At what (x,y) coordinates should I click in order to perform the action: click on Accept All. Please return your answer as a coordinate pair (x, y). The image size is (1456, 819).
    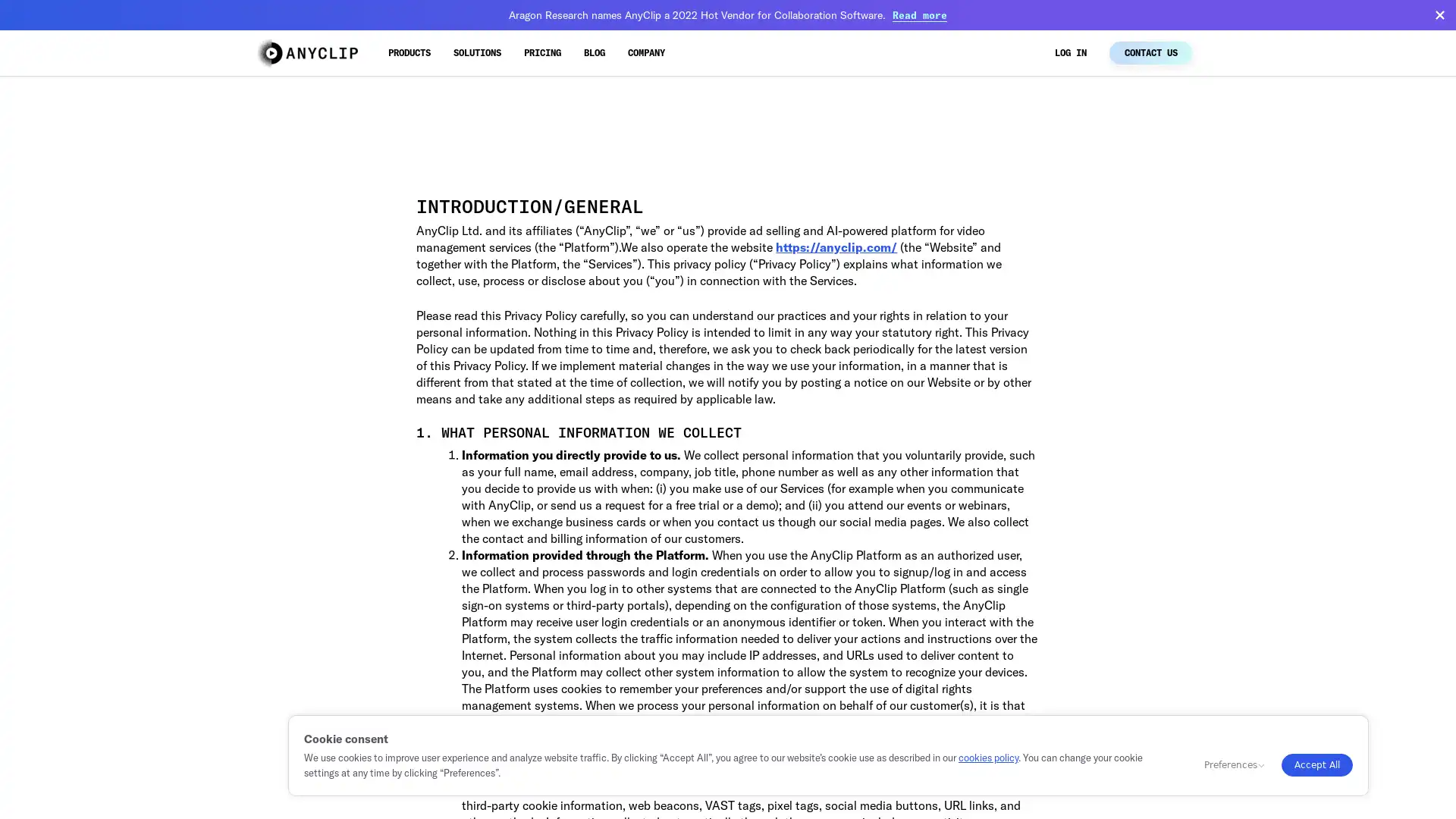
    Looking at the image, I should click on (1316, 765).